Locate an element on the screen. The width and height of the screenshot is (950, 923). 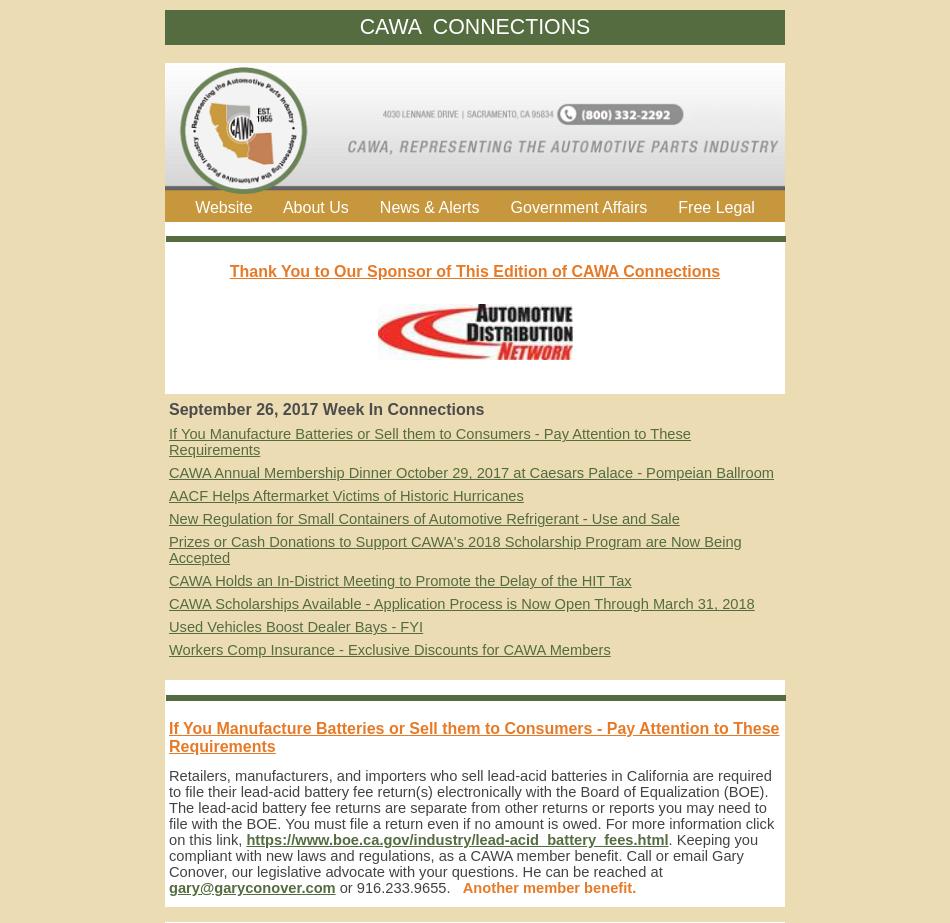
'September 26, 2017 Week In Connections' is located at coordinates (325, 409).